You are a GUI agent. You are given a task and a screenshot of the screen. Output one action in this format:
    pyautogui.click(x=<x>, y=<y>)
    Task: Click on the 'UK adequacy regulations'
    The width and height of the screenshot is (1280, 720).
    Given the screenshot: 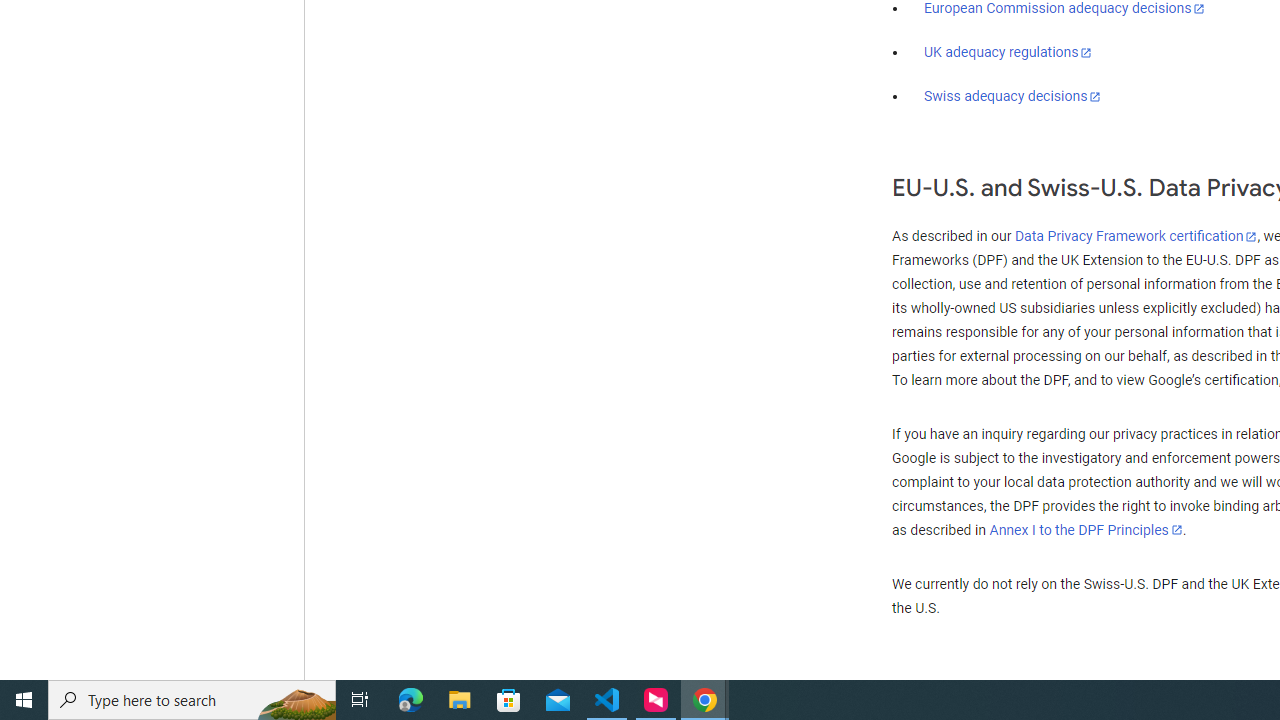 What is the action you would take?
    pyautogui.click(x=1008, y=51)
    